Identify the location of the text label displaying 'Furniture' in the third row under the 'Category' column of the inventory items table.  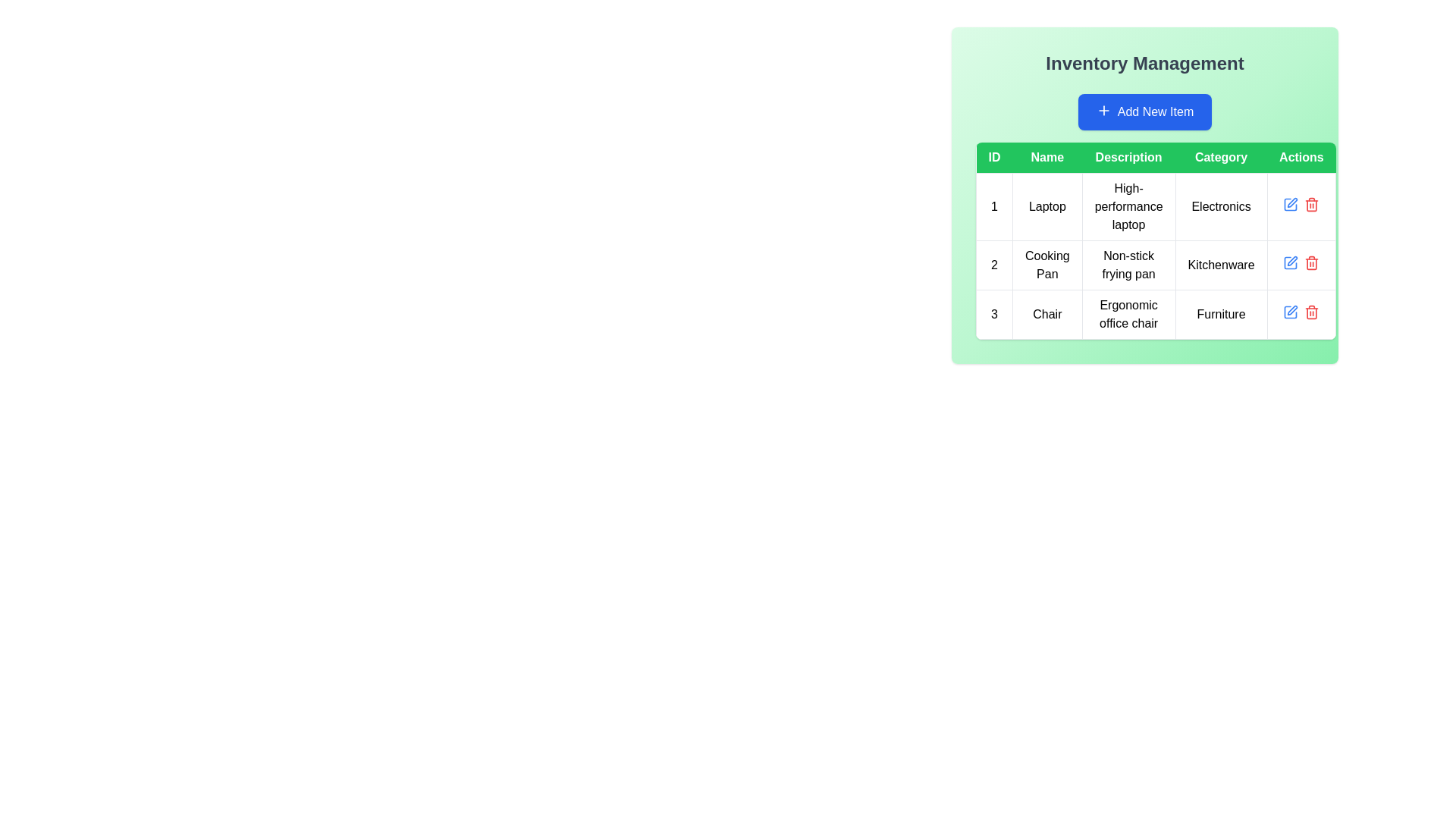
(1221, 314).